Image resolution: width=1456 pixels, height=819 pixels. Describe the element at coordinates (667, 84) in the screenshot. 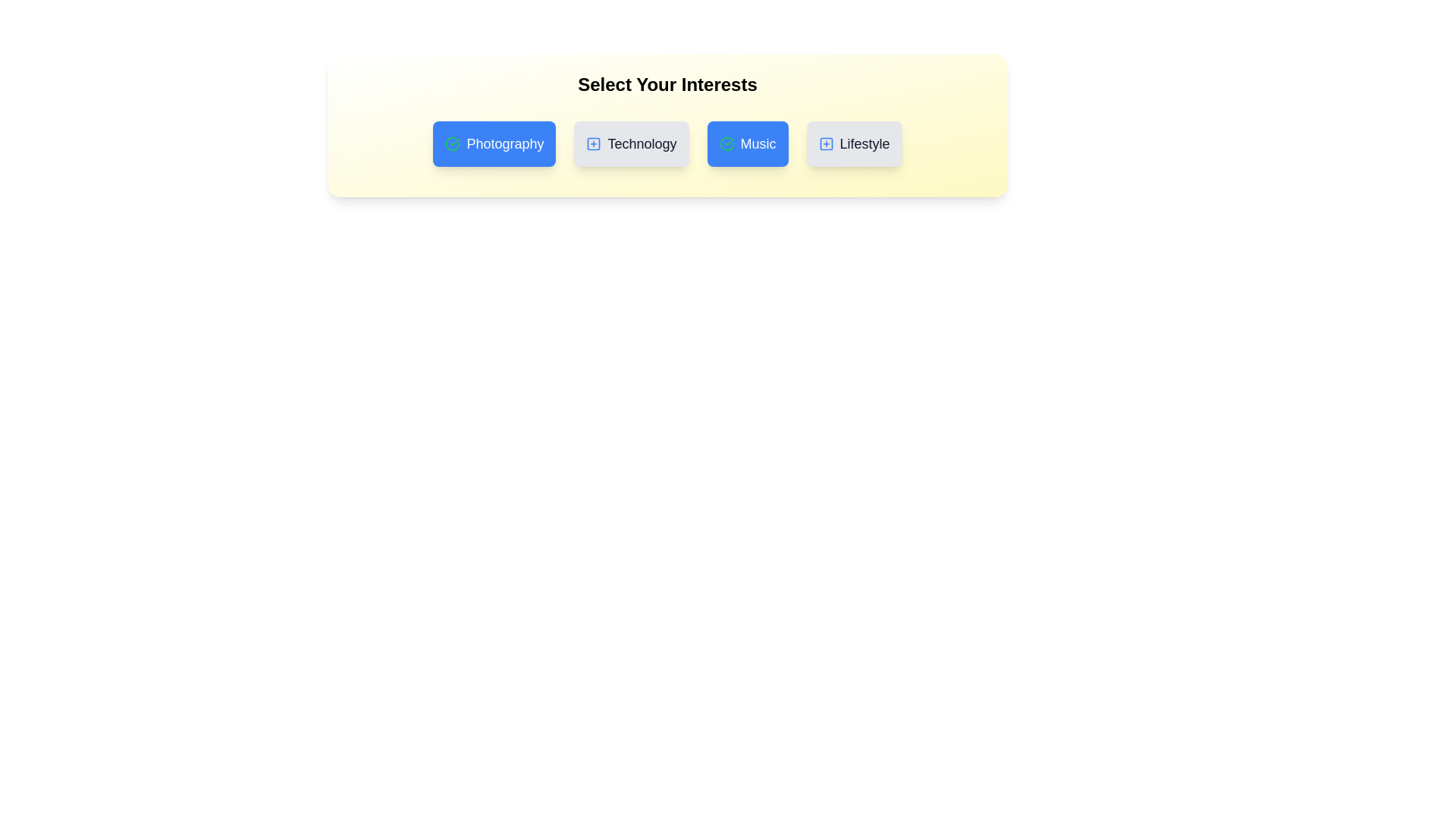

I see `the title text 'Select Your Interests' and copy it to the clipboard` at that location.